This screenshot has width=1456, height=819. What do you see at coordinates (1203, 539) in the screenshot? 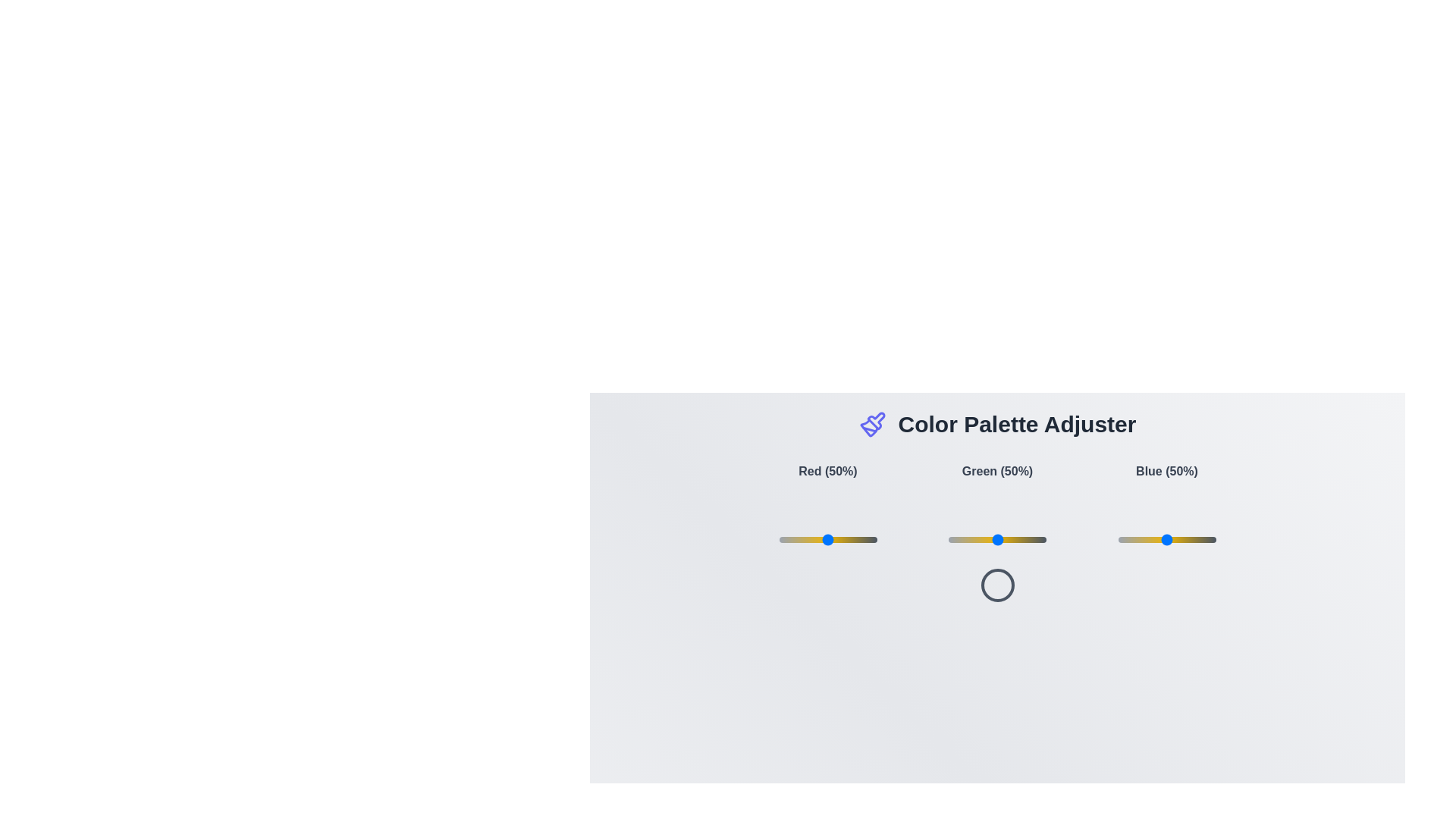
I see `the blue color slider to 88%` at bounding box center [1203, 539].